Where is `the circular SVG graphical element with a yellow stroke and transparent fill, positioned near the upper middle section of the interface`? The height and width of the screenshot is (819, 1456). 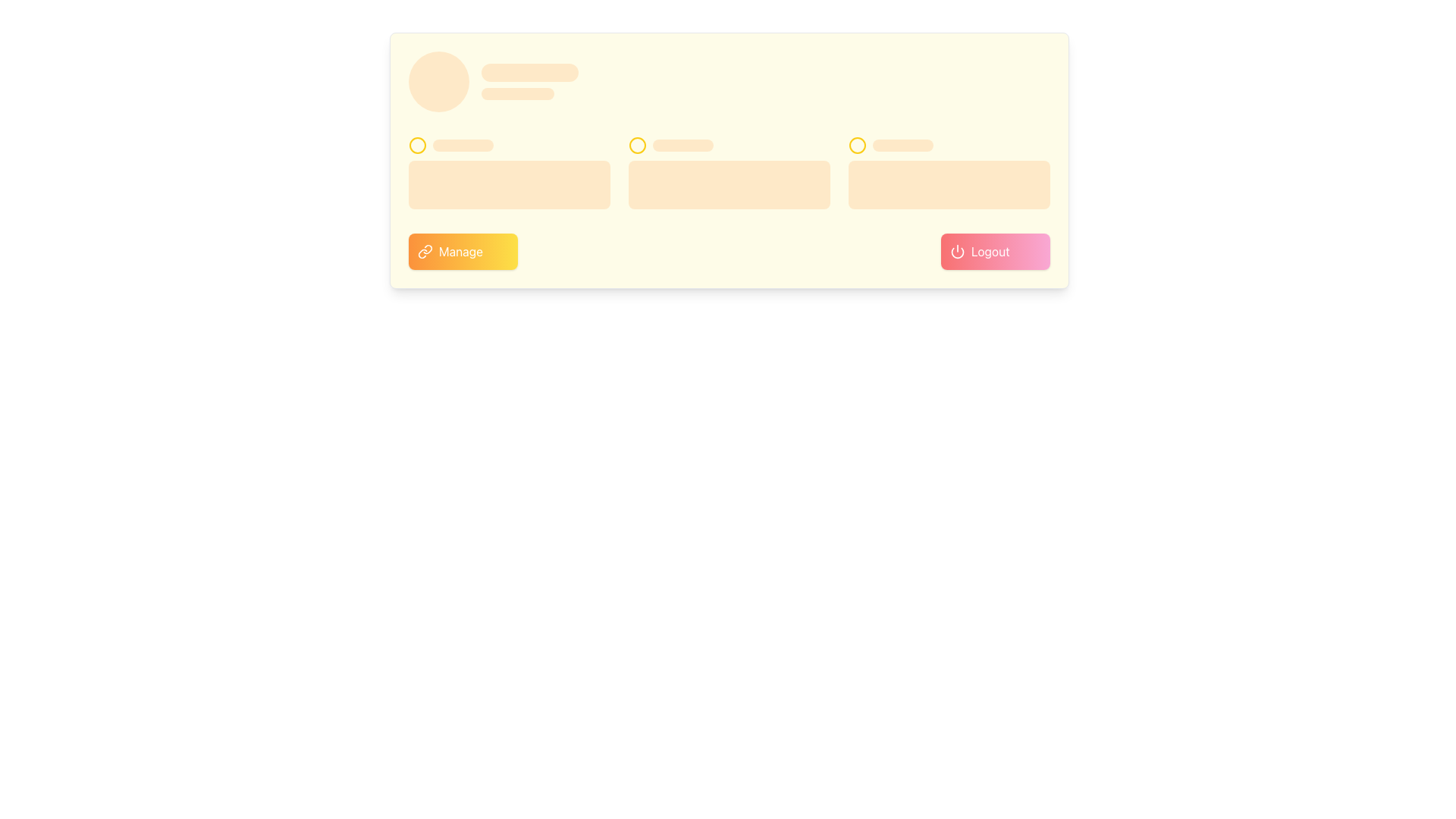
the circular SVG graphical element with a yellow stroke and transparent fill, positioned near the upper middle section of the interface is located at coordinates (858, 146).